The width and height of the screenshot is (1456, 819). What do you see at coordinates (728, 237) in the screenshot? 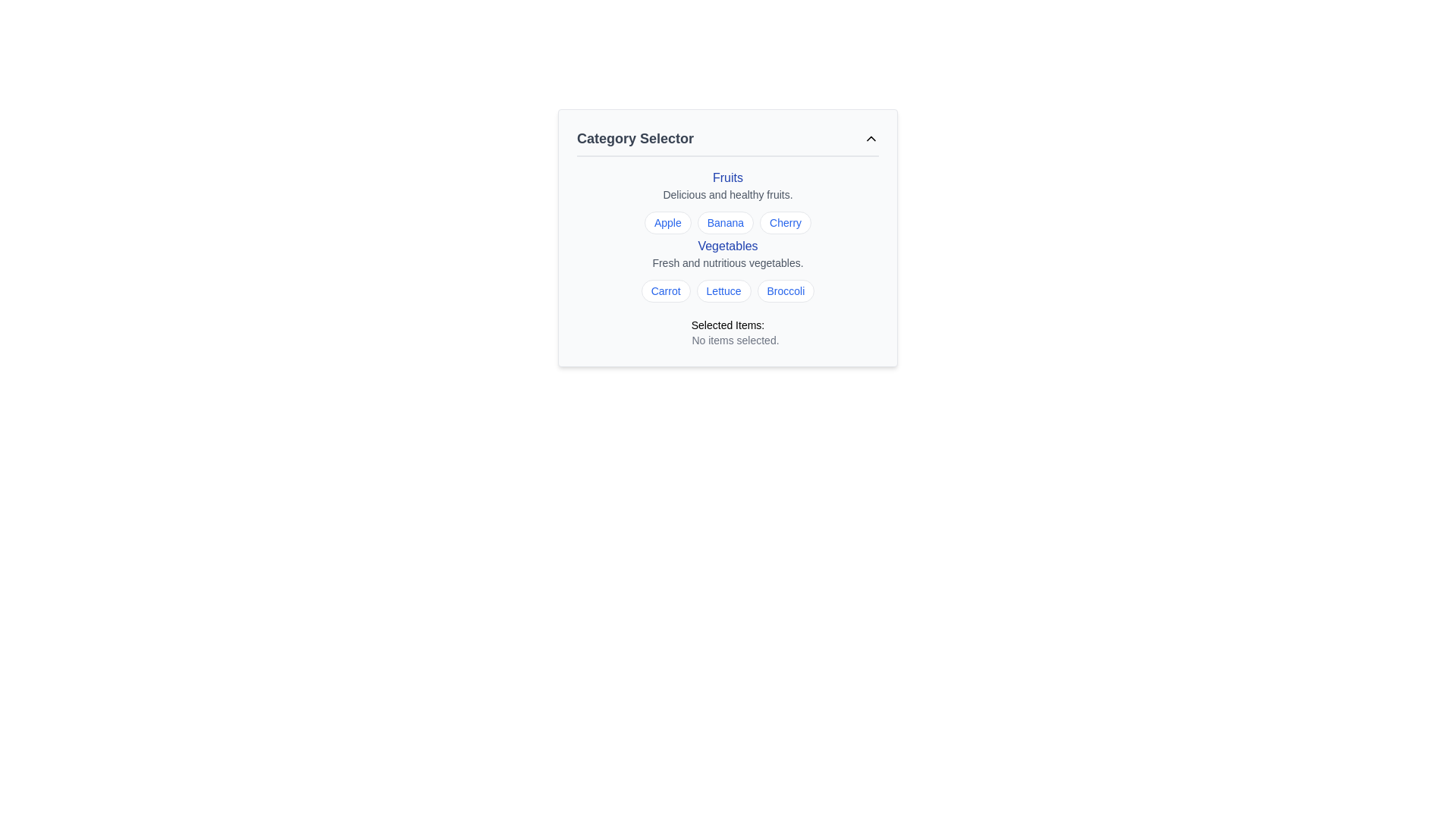
I see `the Categorized selectable list titled 'Category Selector'` at bounding box center [728, 237].